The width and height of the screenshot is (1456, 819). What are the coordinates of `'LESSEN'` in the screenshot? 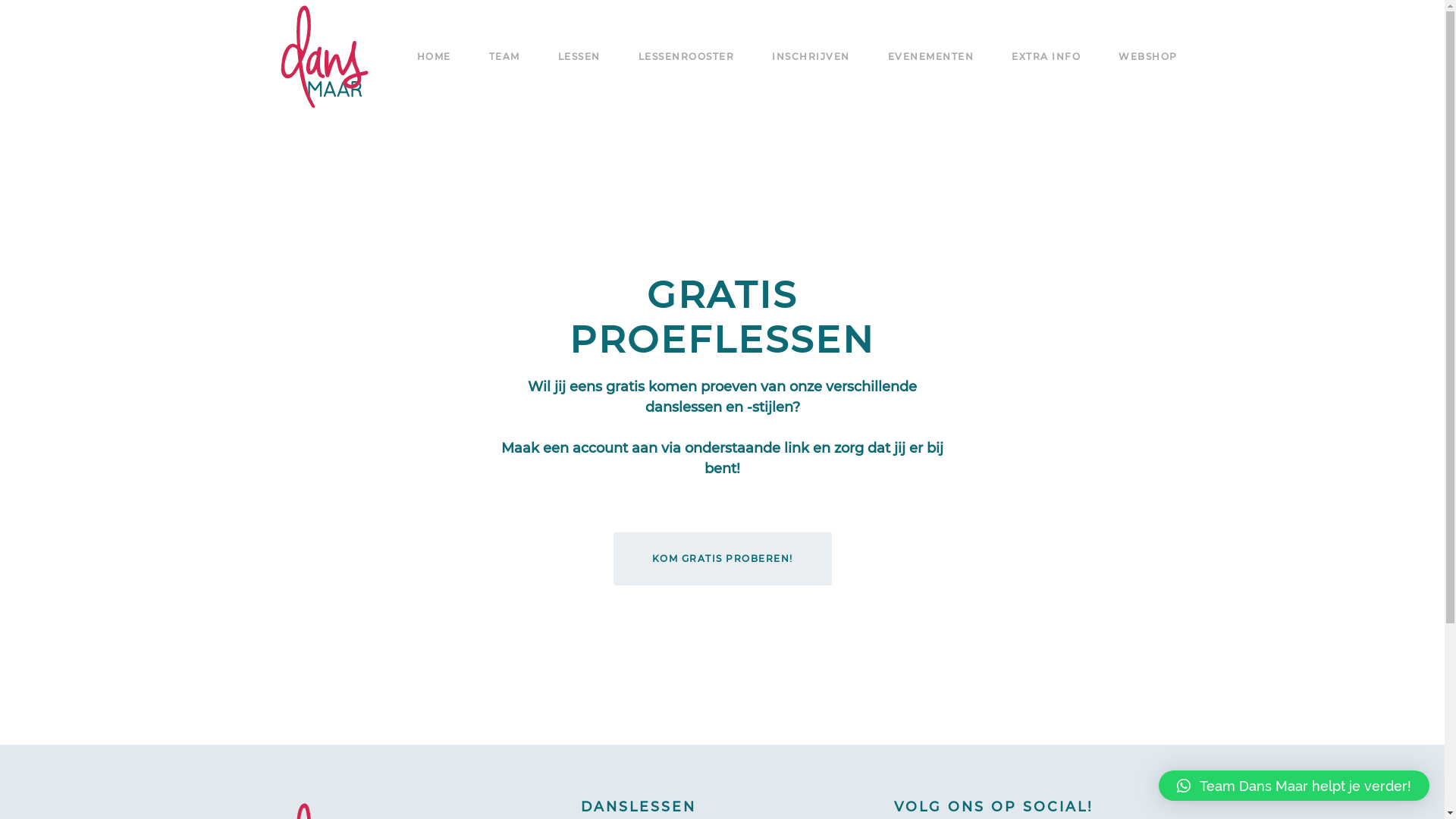 It's located at (578, 55).